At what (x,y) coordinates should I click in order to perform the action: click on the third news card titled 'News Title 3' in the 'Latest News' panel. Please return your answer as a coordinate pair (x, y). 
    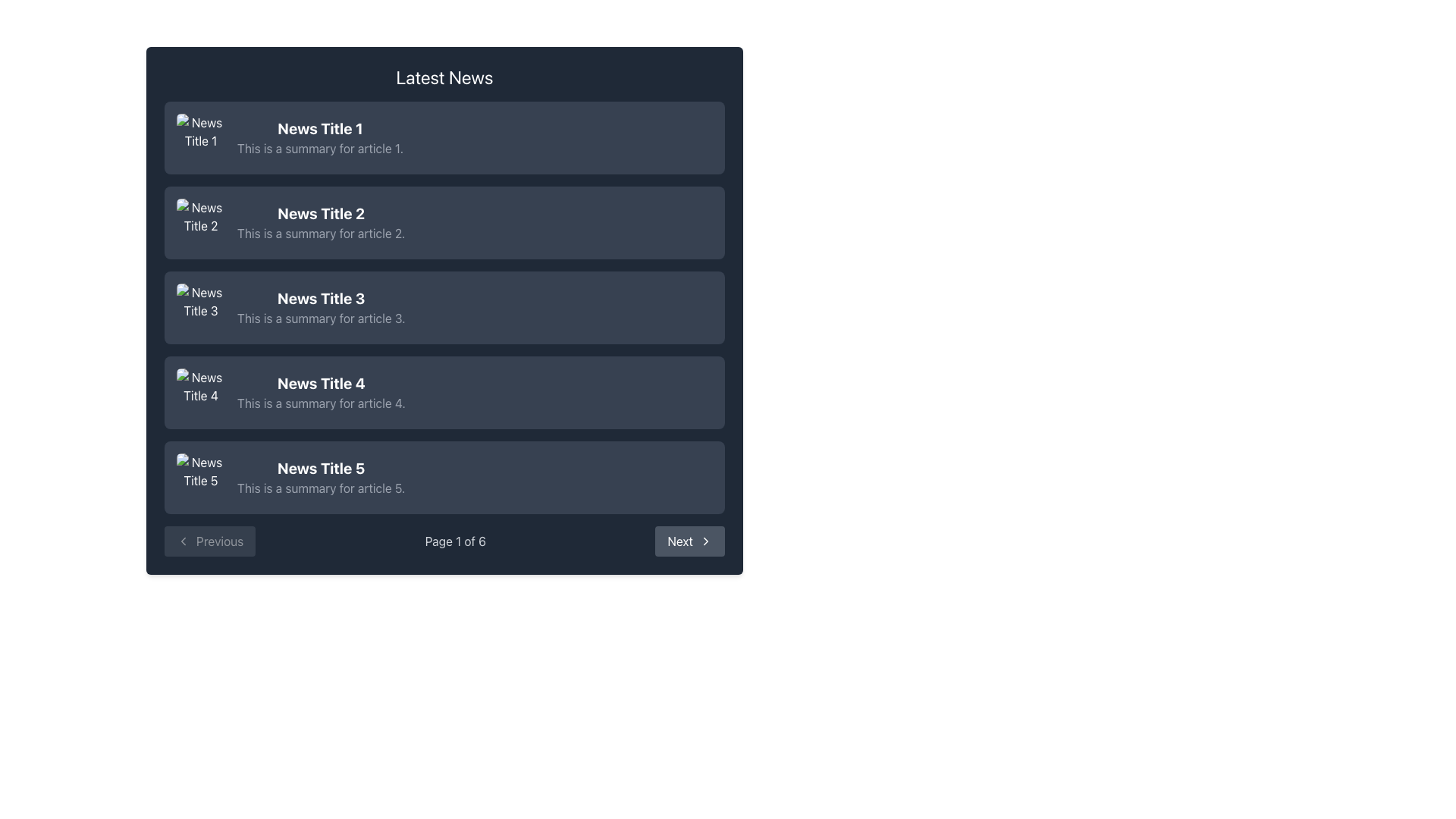
    Looking at the image, I should click on (444, 307).